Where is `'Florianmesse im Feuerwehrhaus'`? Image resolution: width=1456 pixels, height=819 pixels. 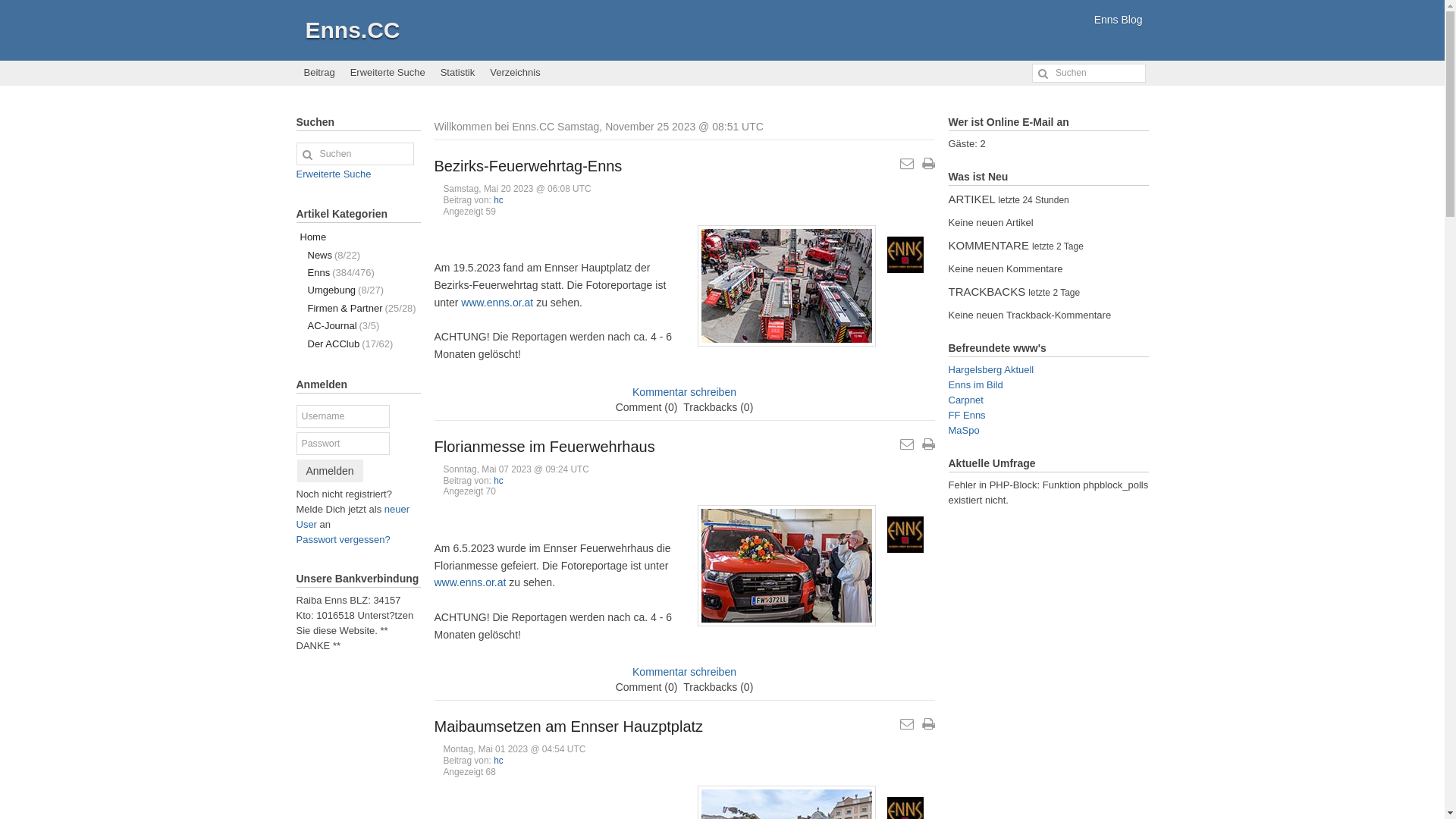
'Florianmesse im Feuerwehrhaus' is located at coordinates (544, 446).